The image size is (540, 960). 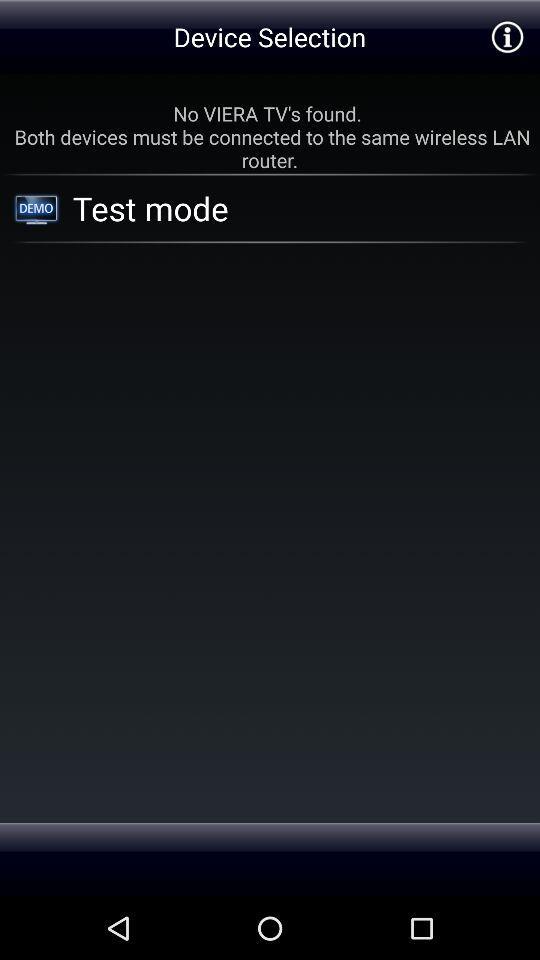 I want to click on additional information, so click(x=507, y=35).